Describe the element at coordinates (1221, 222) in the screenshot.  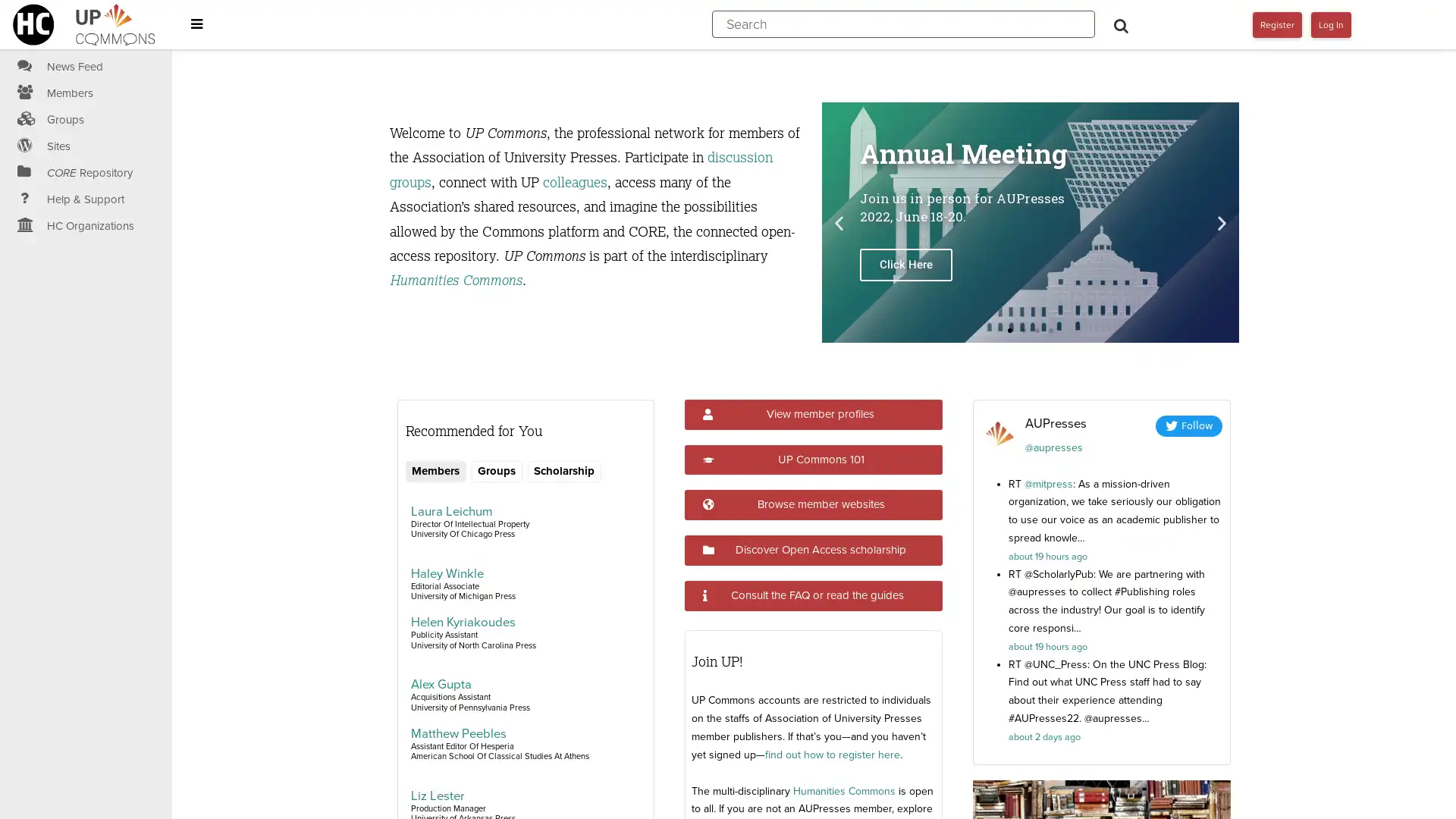
I see `Next slide` at that location.